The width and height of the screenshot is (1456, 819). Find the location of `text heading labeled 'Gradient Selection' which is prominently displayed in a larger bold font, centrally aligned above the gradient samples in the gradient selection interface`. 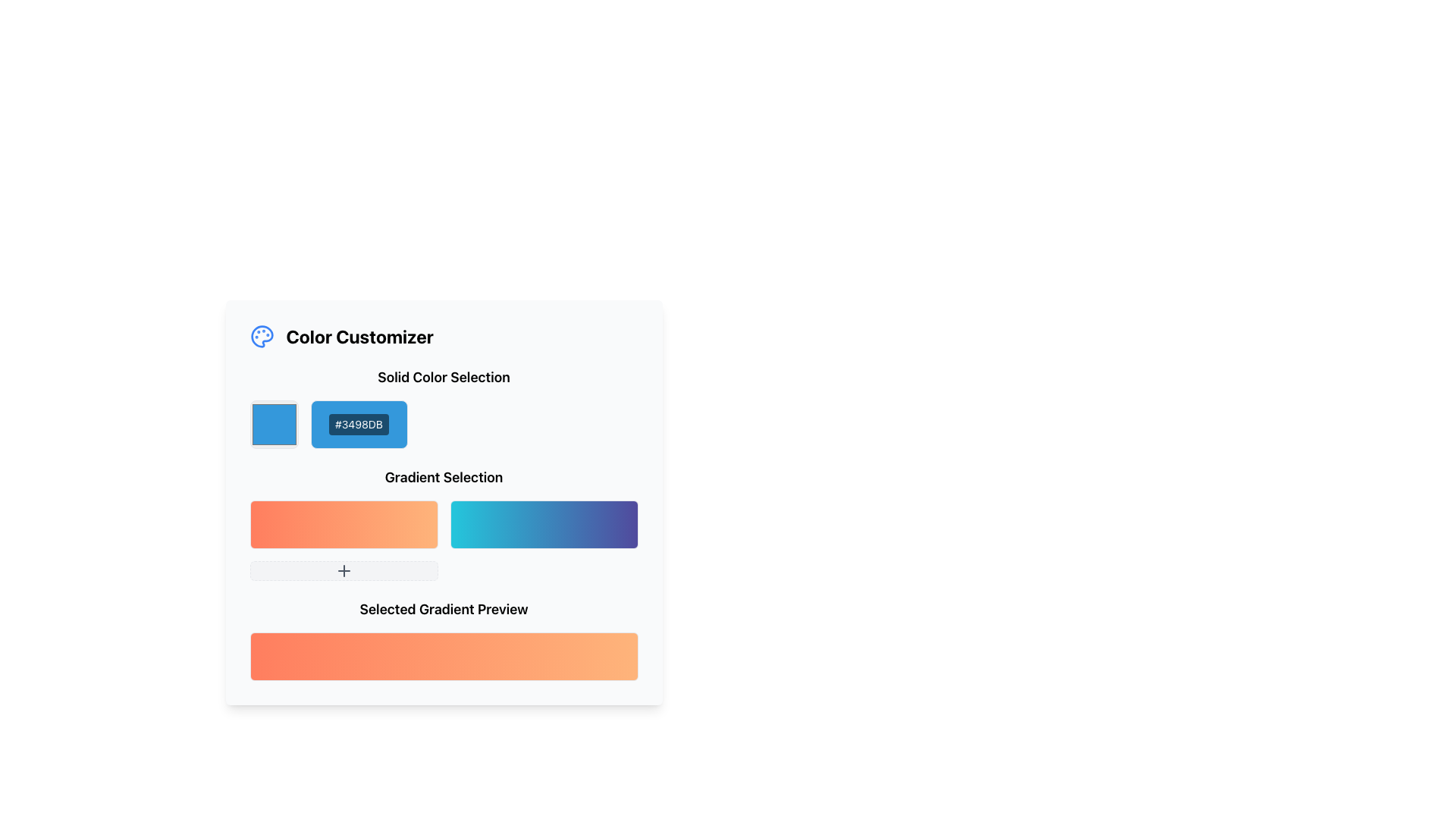

text heading labeled 'Gradient Selection' which is prominently displayed in a larger bold font, centrally aligned above the gradient samples in the gradient selection interface is located at coordinates (443, 476).